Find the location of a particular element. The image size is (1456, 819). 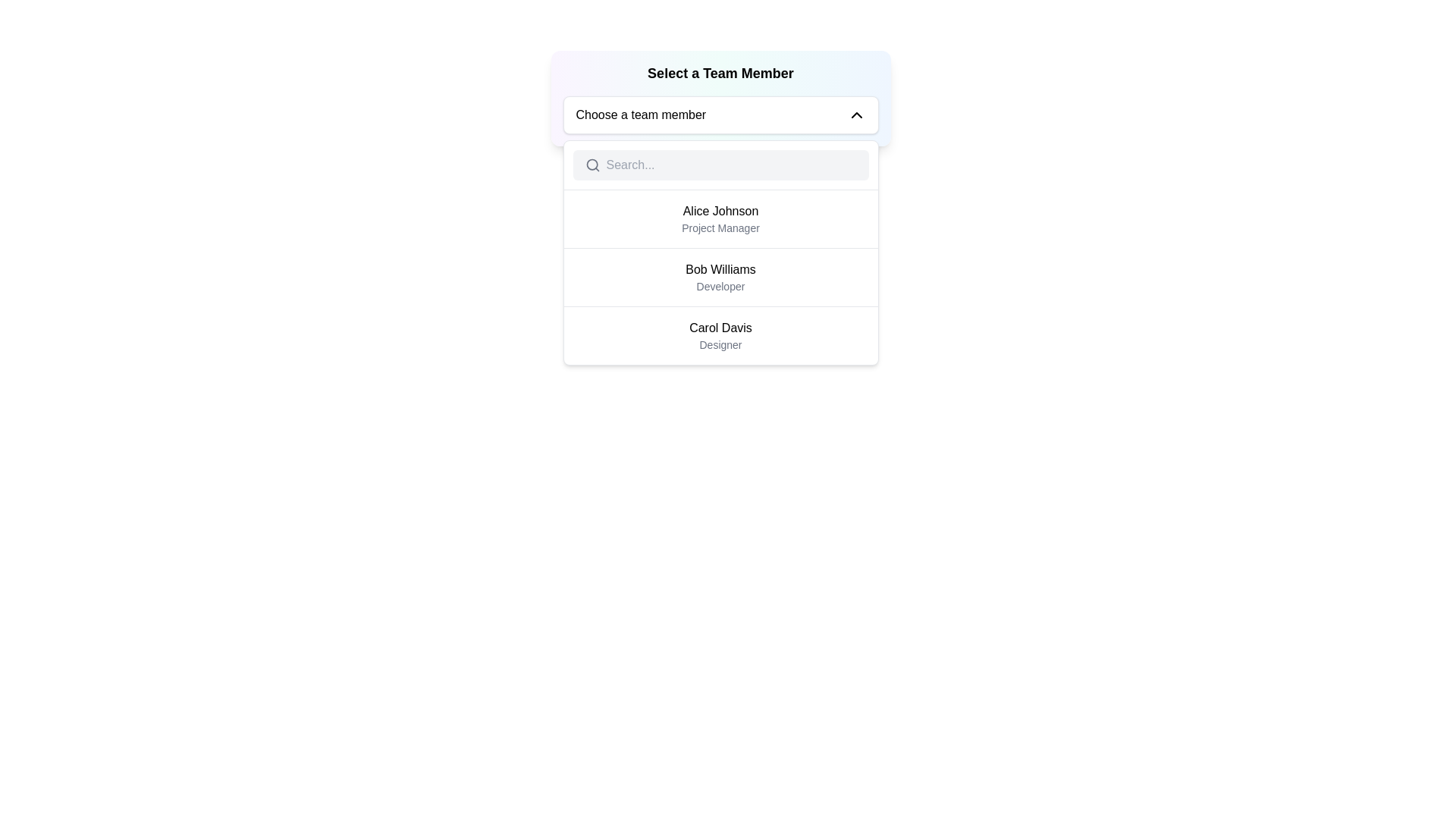

the text element displaying 'Alice Johnson', which is positioned in a dropdown menu above 'Project Manager' and below the search bar is located at coordinates (720, 211).